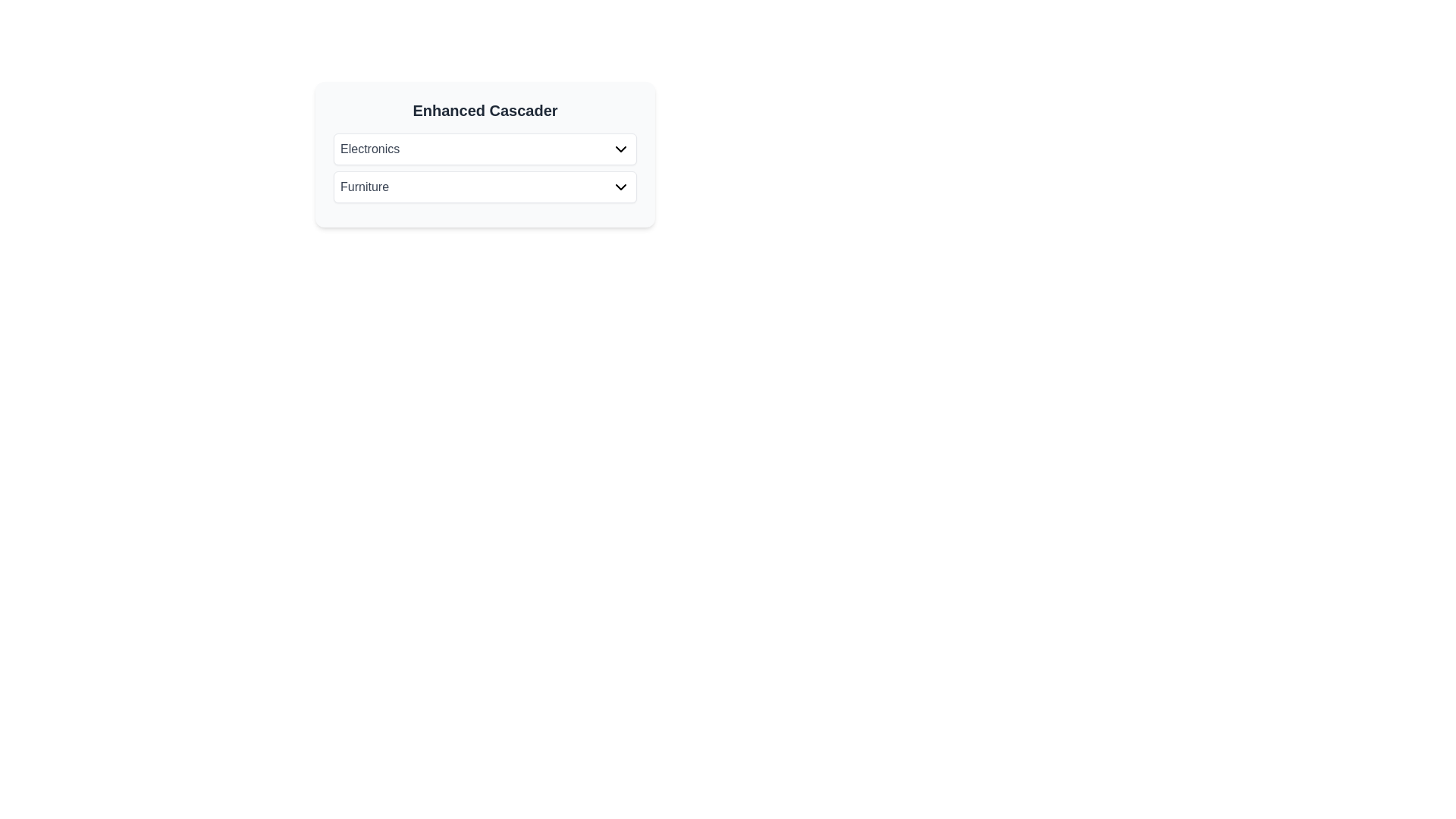  What do you see at coordinates (484, 149) in the screenshot?
I see `the 'Electronics' dropdown menu item located below the title 'Enhanced Cascader'` at bounding box center [484, 149].